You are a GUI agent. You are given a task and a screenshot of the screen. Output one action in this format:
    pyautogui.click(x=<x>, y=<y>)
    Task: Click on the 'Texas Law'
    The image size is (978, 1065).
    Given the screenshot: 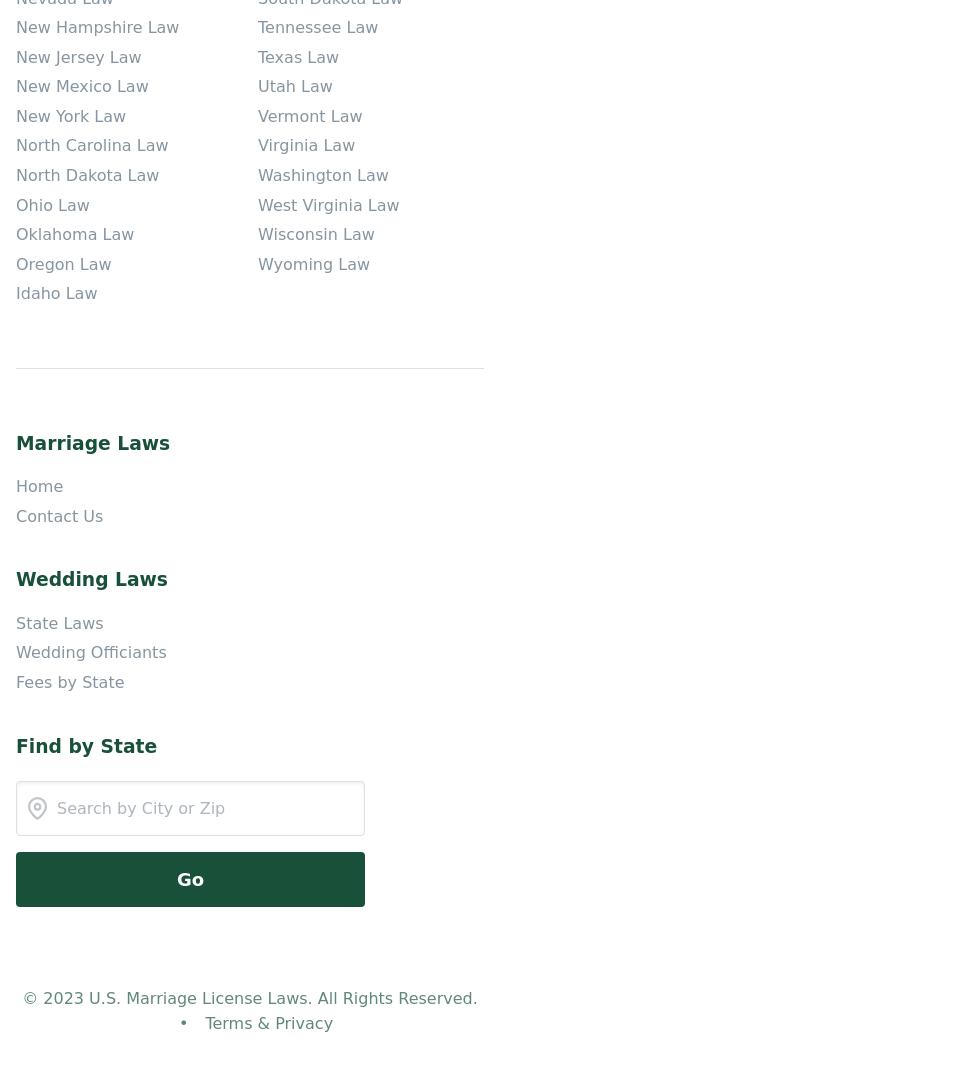 What is the action you would take?
    pyautogui.click(x=256, y=55)
    